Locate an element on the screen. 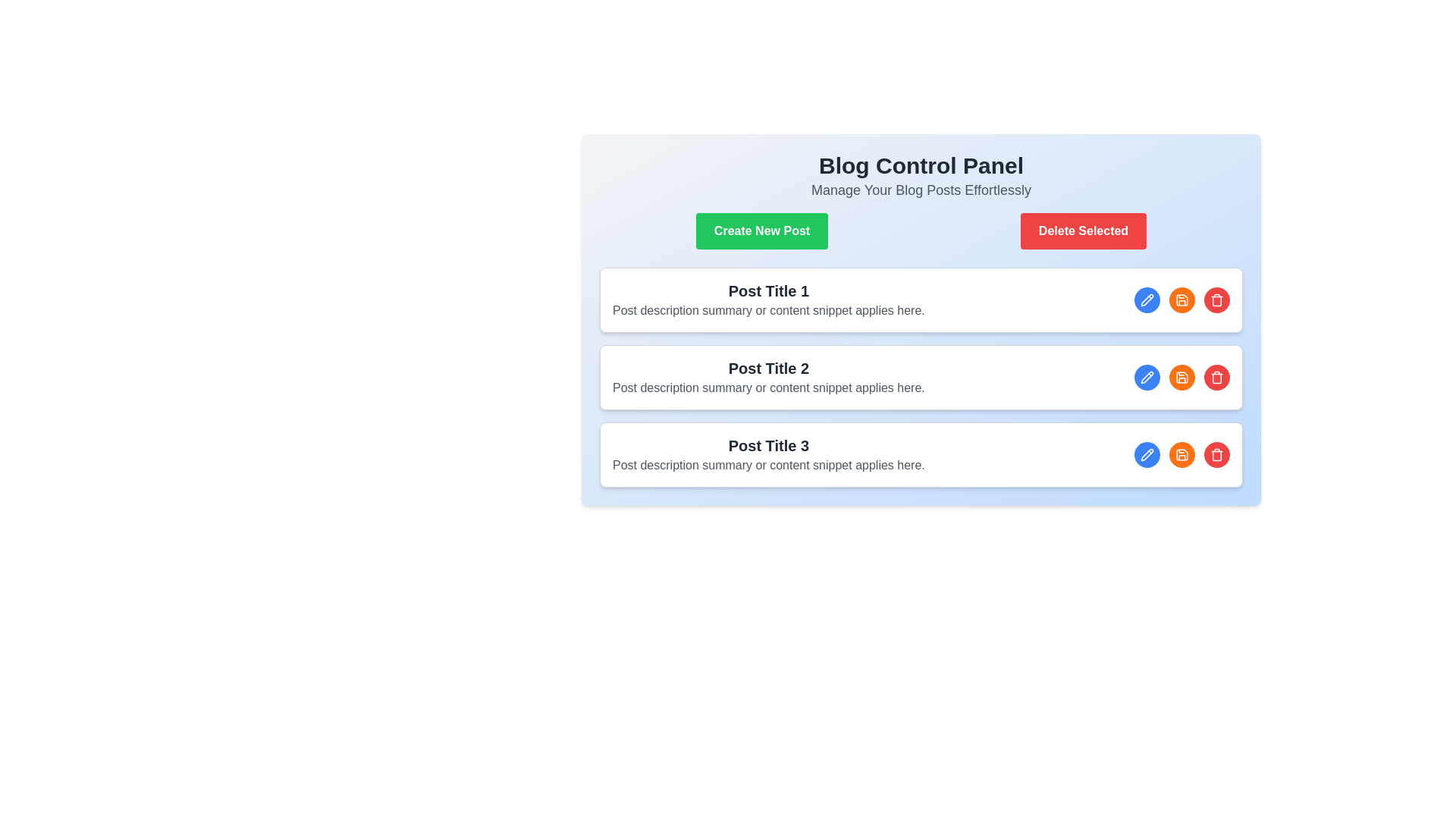  the Text content area displaying a heading and a supporting description that contains 'Post Title 2' and 'Post description summary or content snippet applies here.' is located at coordinates (768, 376).